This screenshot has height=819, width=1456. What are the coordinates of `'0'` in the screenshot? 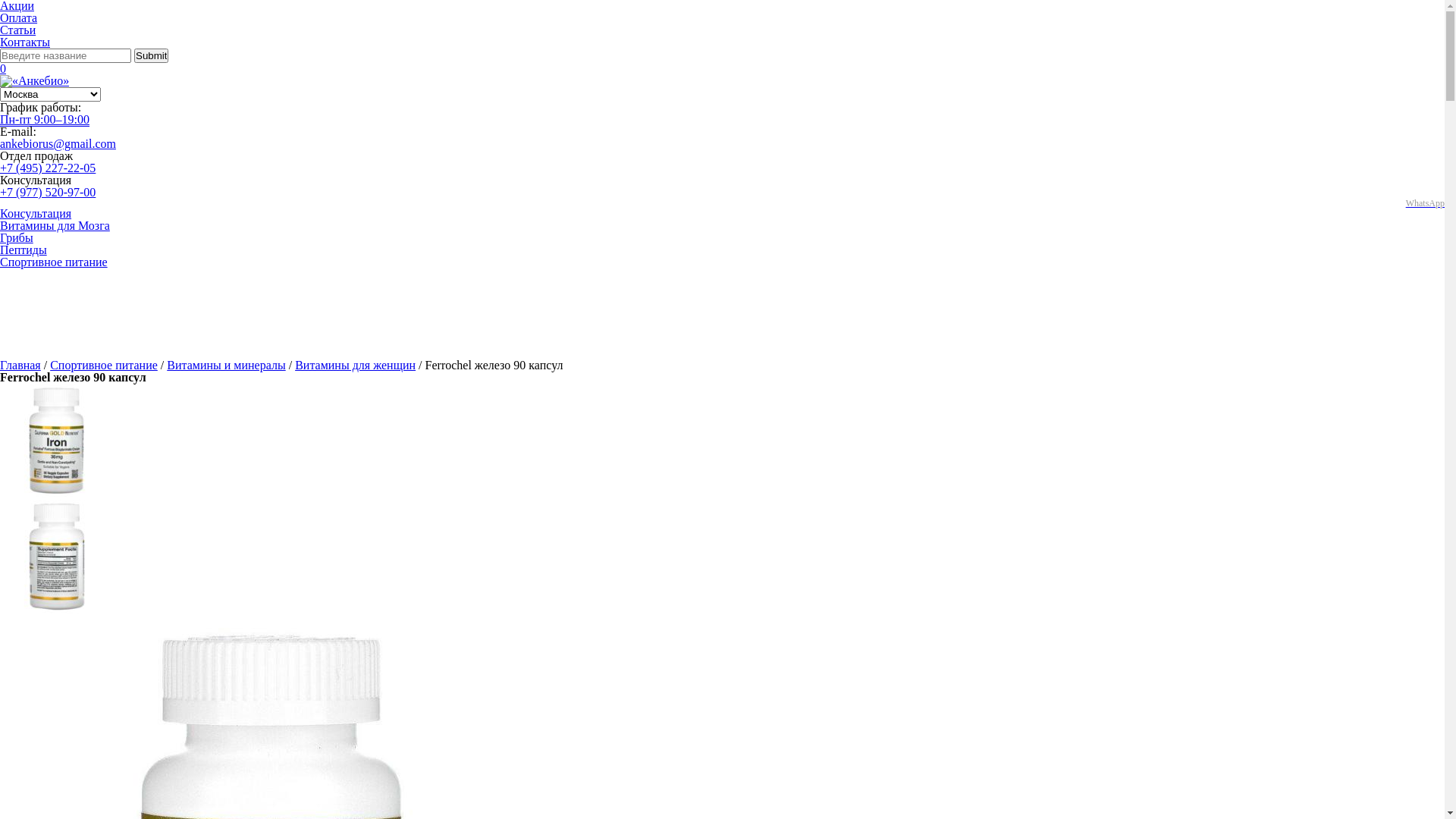 It's located at (3, 68).